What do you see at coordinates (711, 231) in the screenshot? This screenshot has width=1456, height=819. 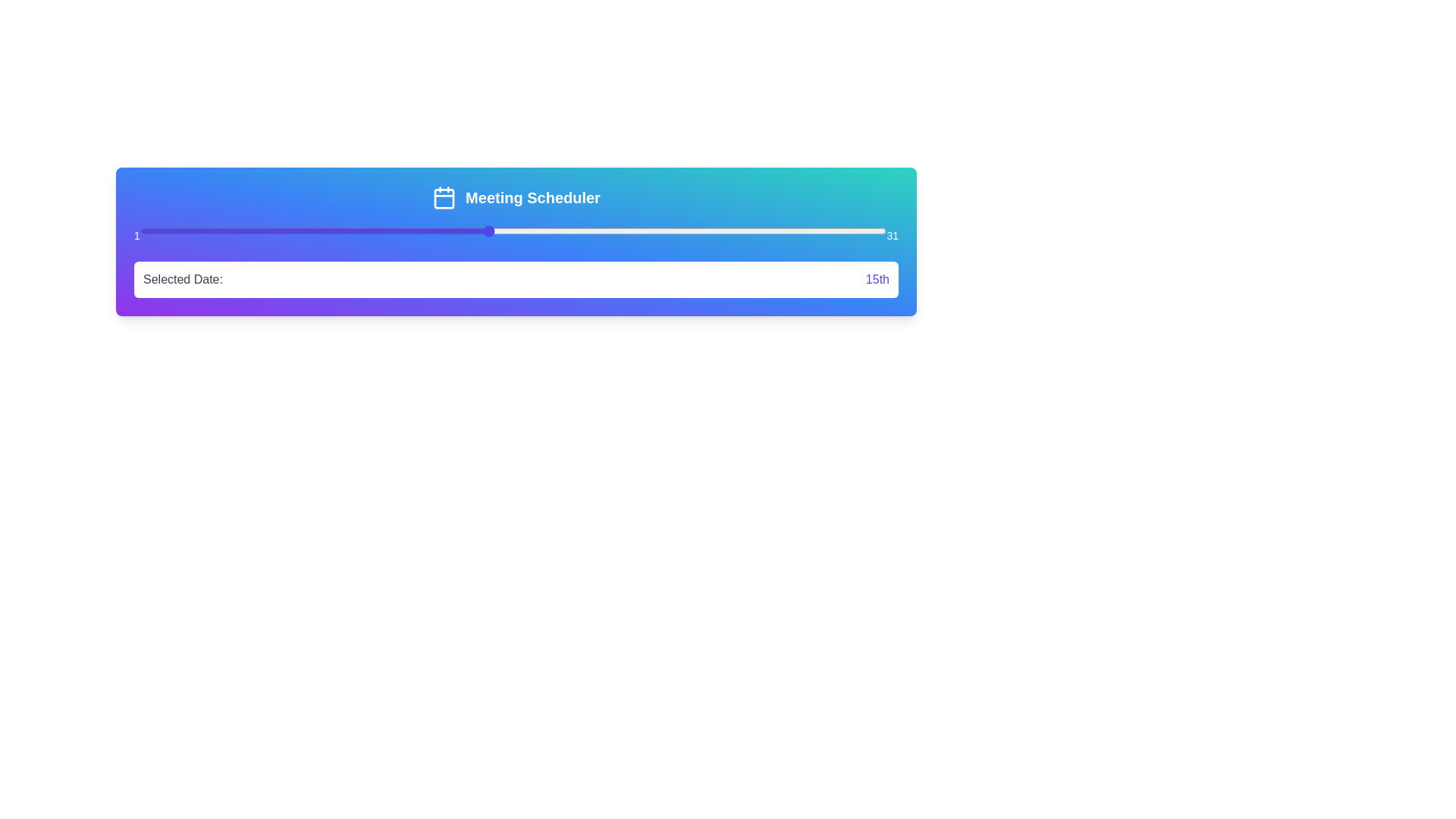 I see `the slider` at bounding box center [711, 231].